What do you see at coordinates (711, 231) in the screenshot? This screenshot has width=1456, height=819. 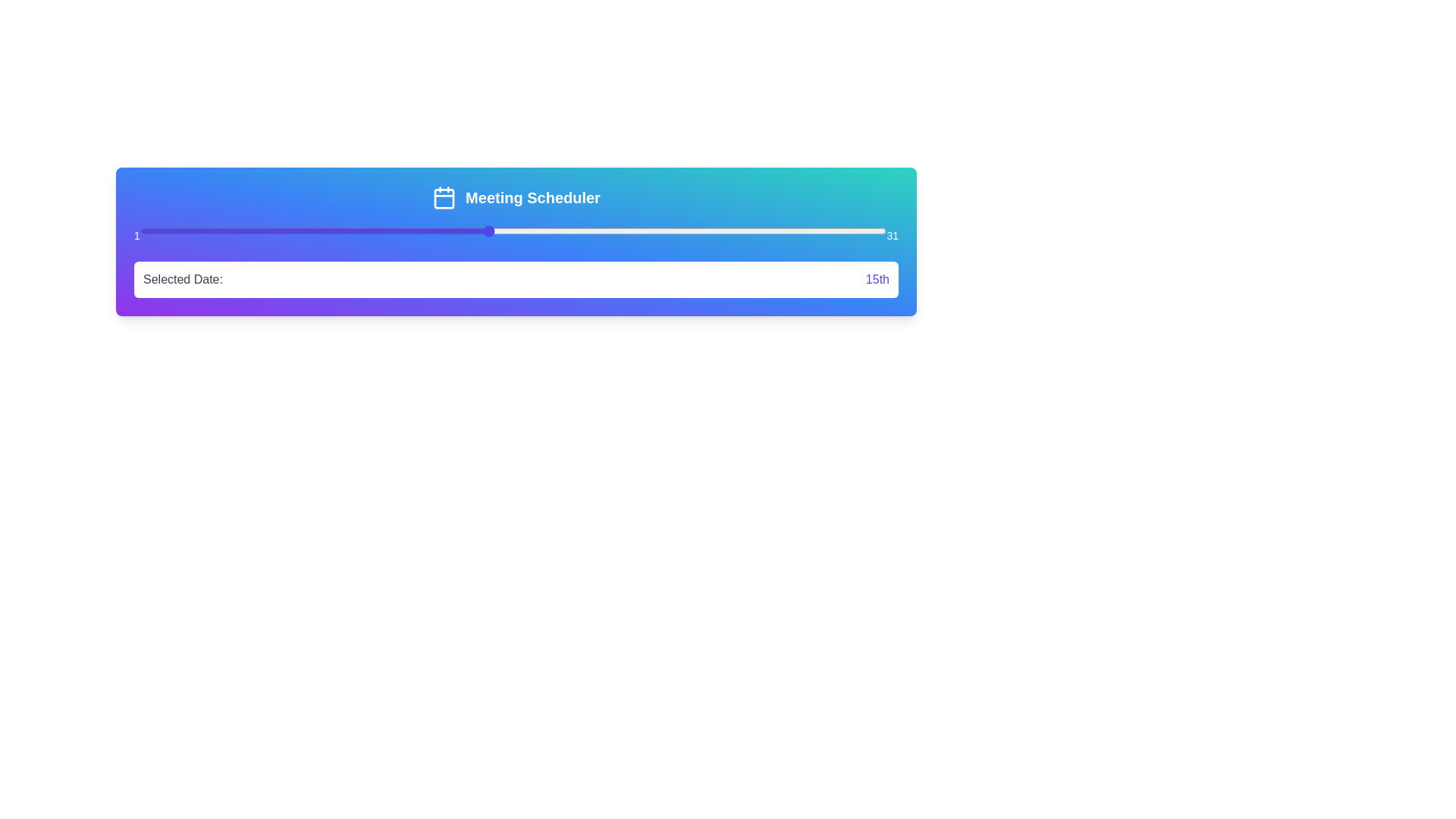 I see `the slider` at bounding box center [711, 231].